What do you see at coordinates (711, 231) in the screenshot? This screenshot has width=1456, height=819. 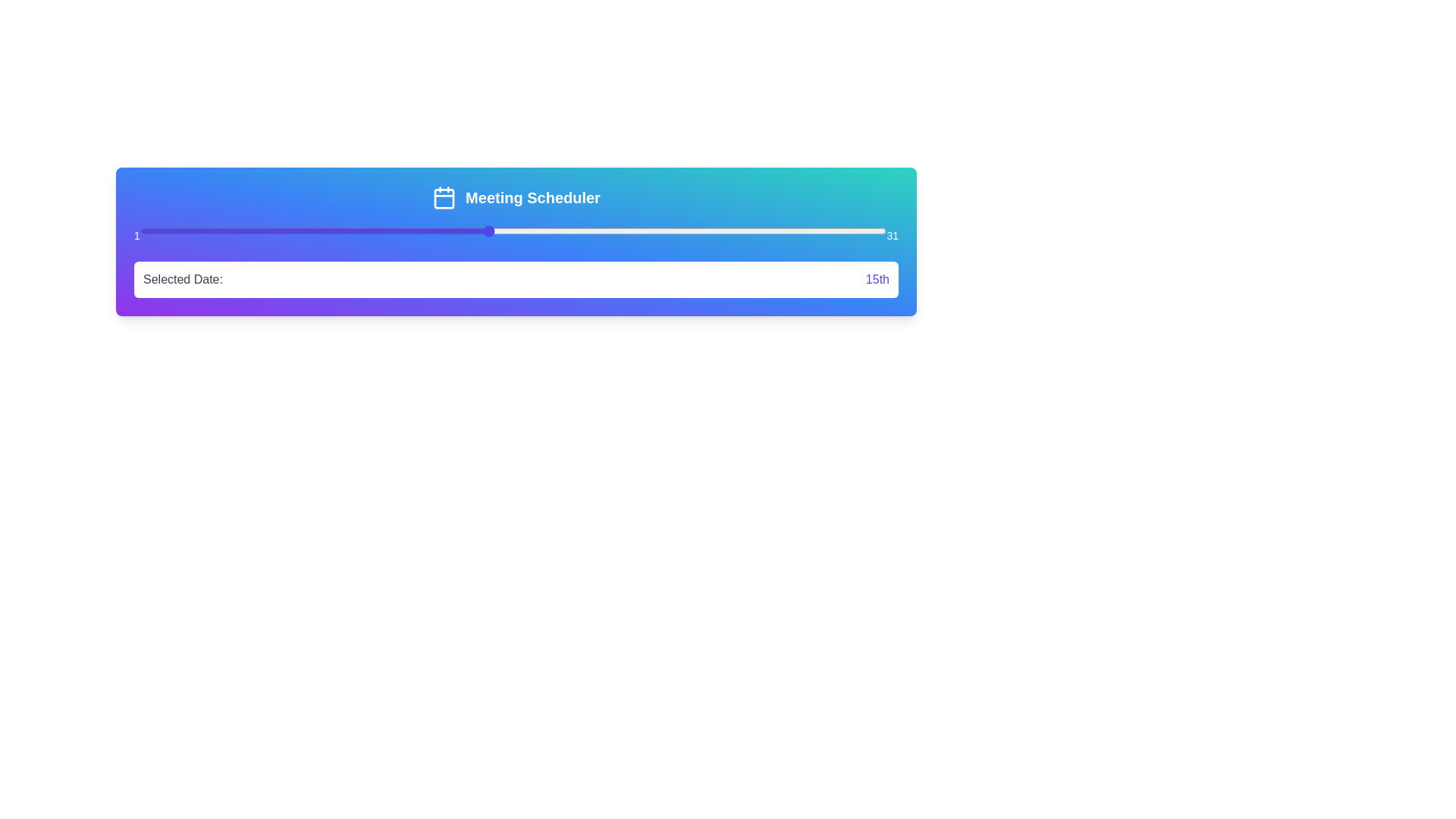 I see `the slider` at bounding box center [711, 231].